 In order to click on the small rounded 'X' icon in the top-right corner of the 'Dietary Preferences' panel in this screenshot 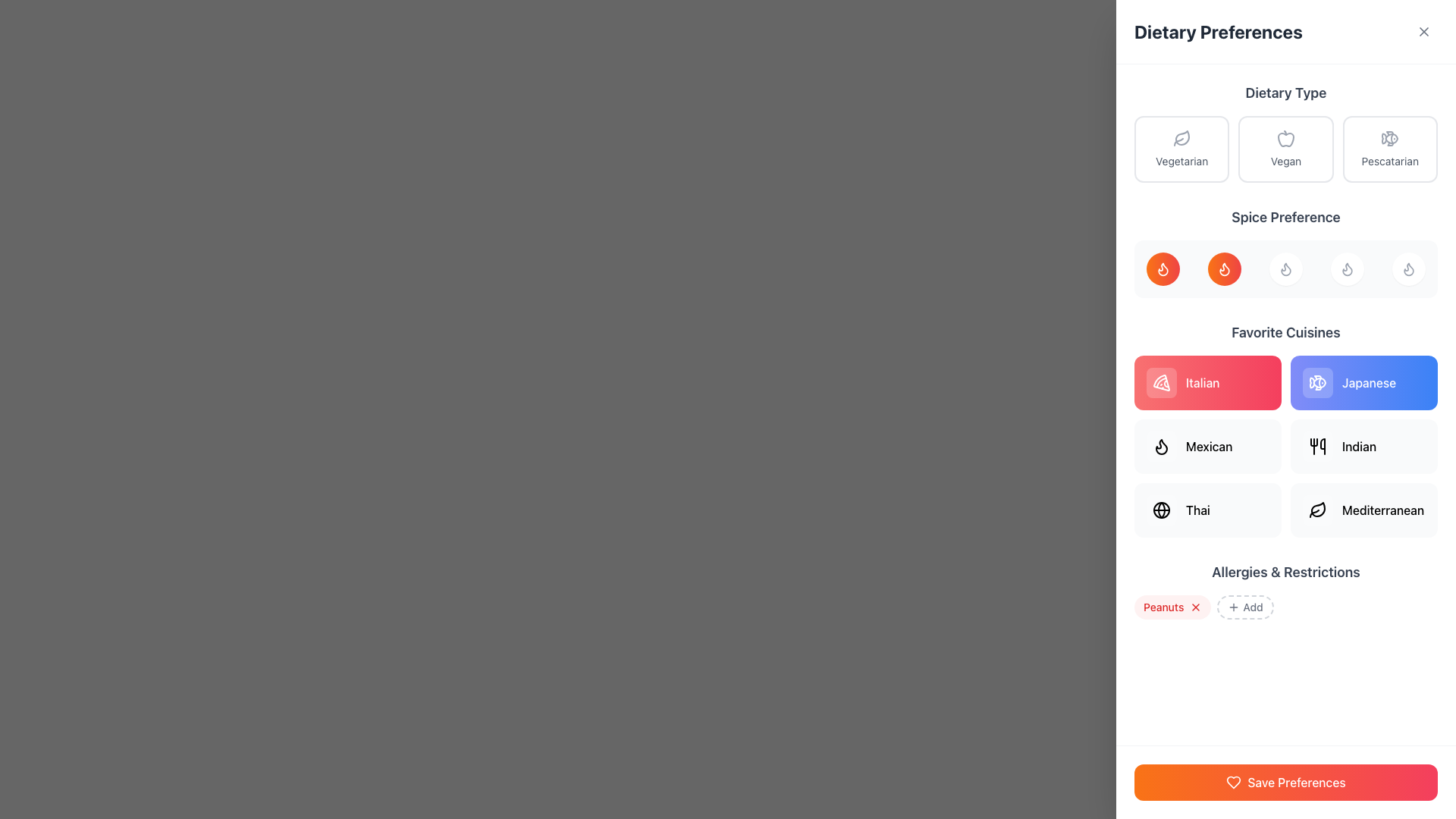, I will do `click(1423, 32)`.